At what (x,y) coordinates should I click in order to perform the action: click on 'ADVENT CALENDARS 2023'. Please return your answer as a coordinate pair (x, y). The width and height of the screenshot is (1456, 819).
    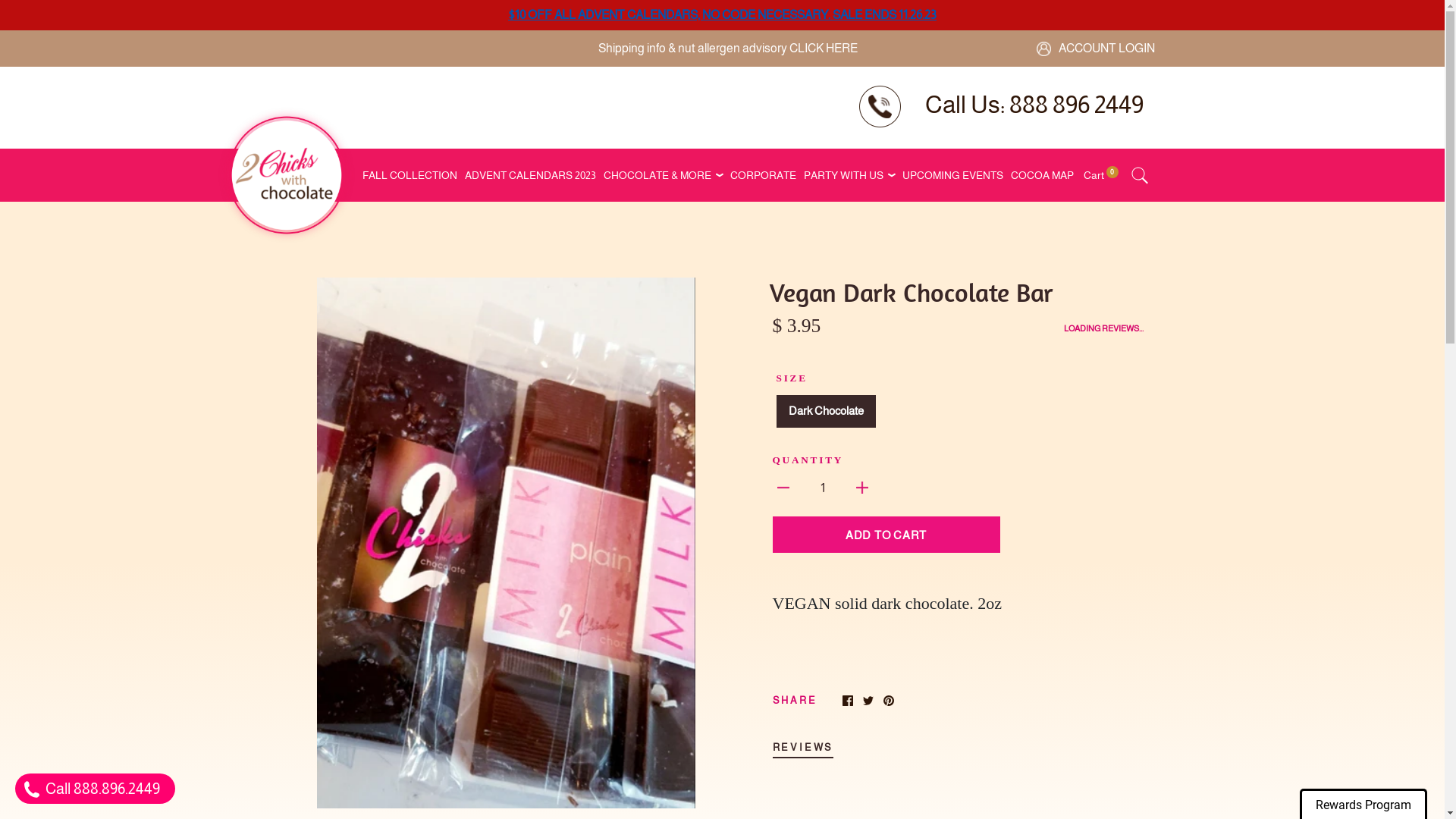
    Looking at the image, I should click on (530, 174).